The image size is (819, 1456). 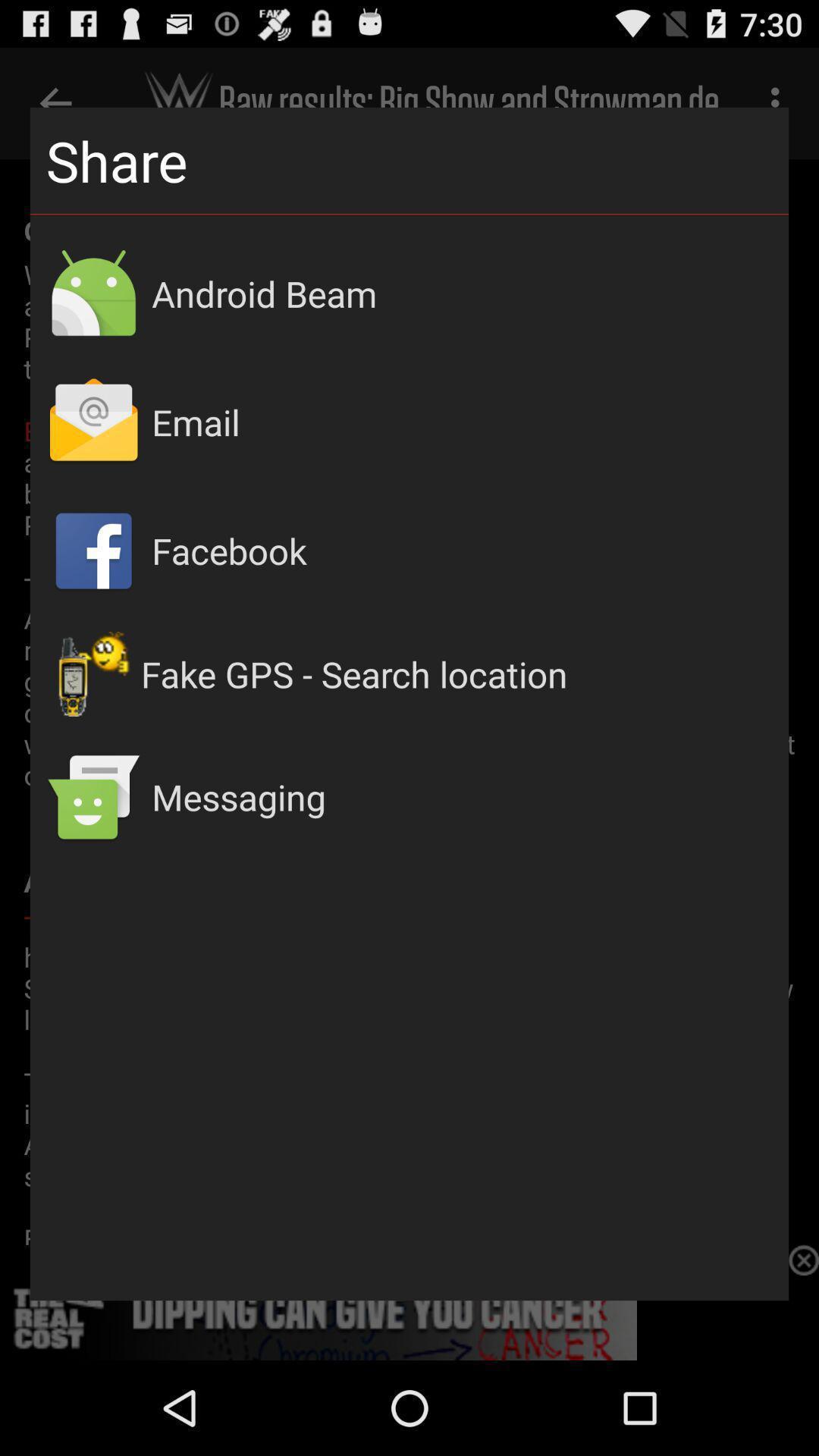 What do you see at coordinates (461, 550) in the screenshot?
I see `the app above the fake gps search app` at bounding box center [461, 550].